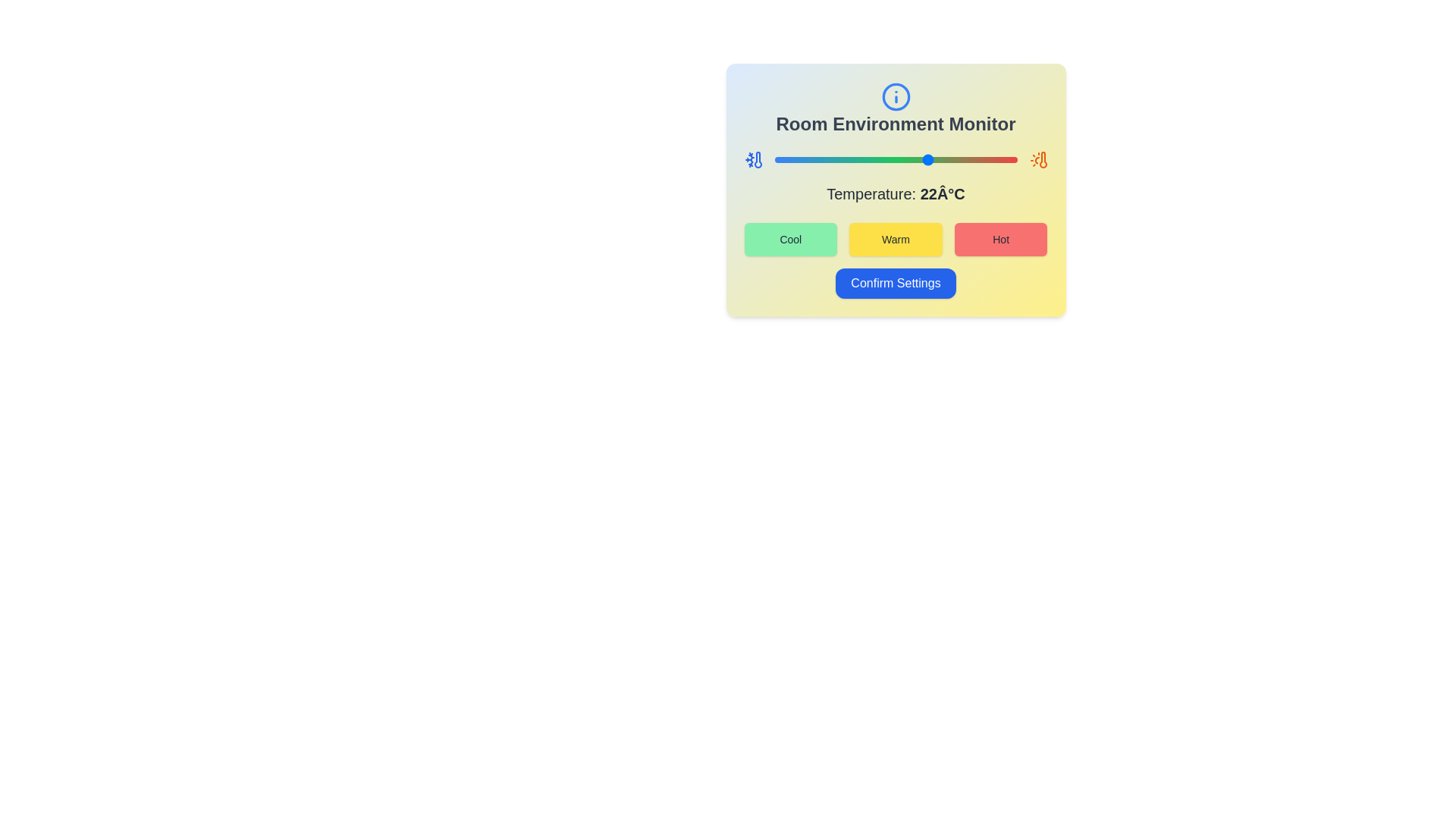  I want to click on the temperature slider to -2°C, so click(812, 160).